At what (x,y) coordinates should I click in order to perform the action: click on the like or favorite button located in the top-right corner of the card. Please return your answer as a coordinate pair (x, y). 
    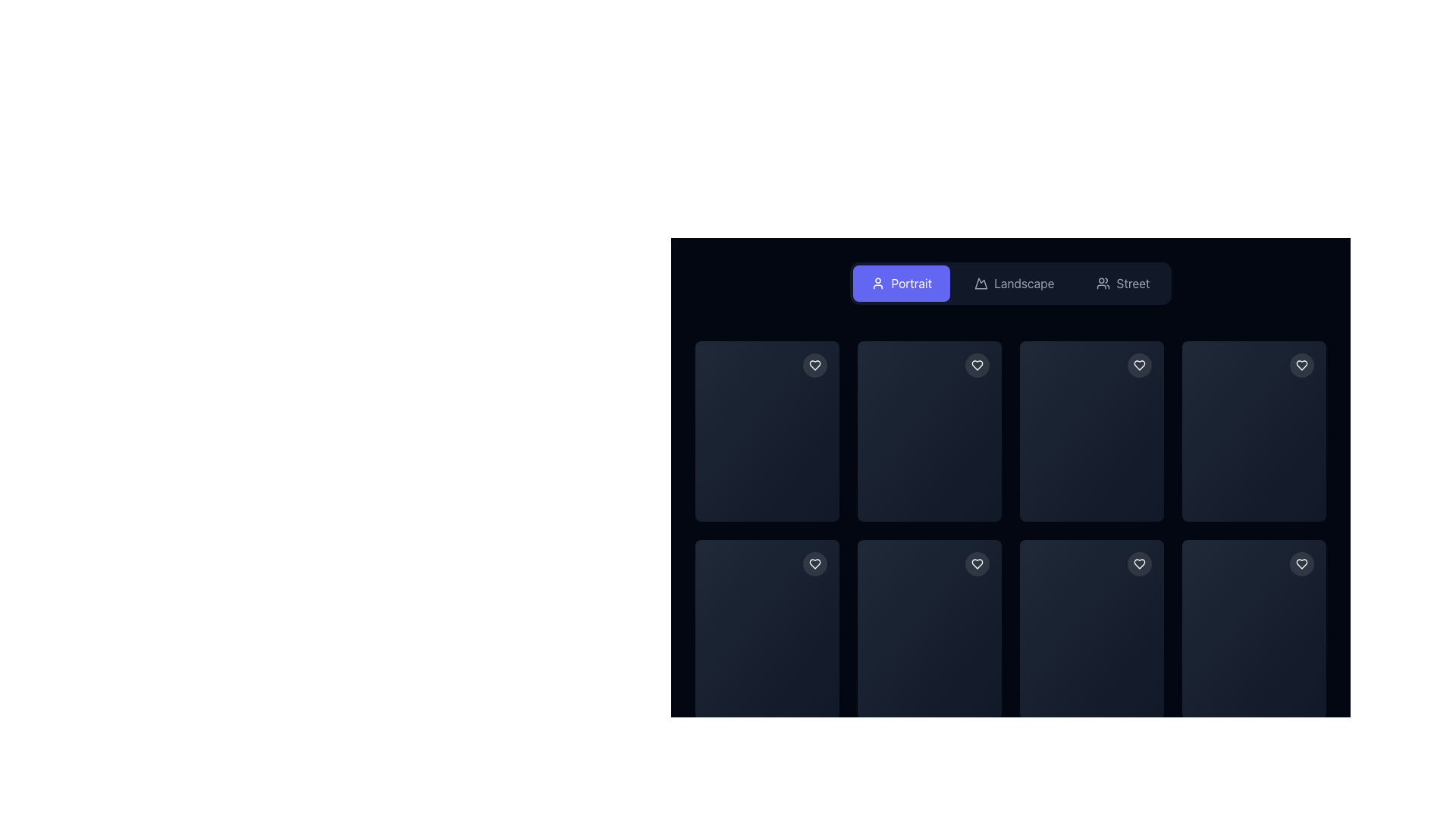
    Looking at the image, I should click on (1301, 366).